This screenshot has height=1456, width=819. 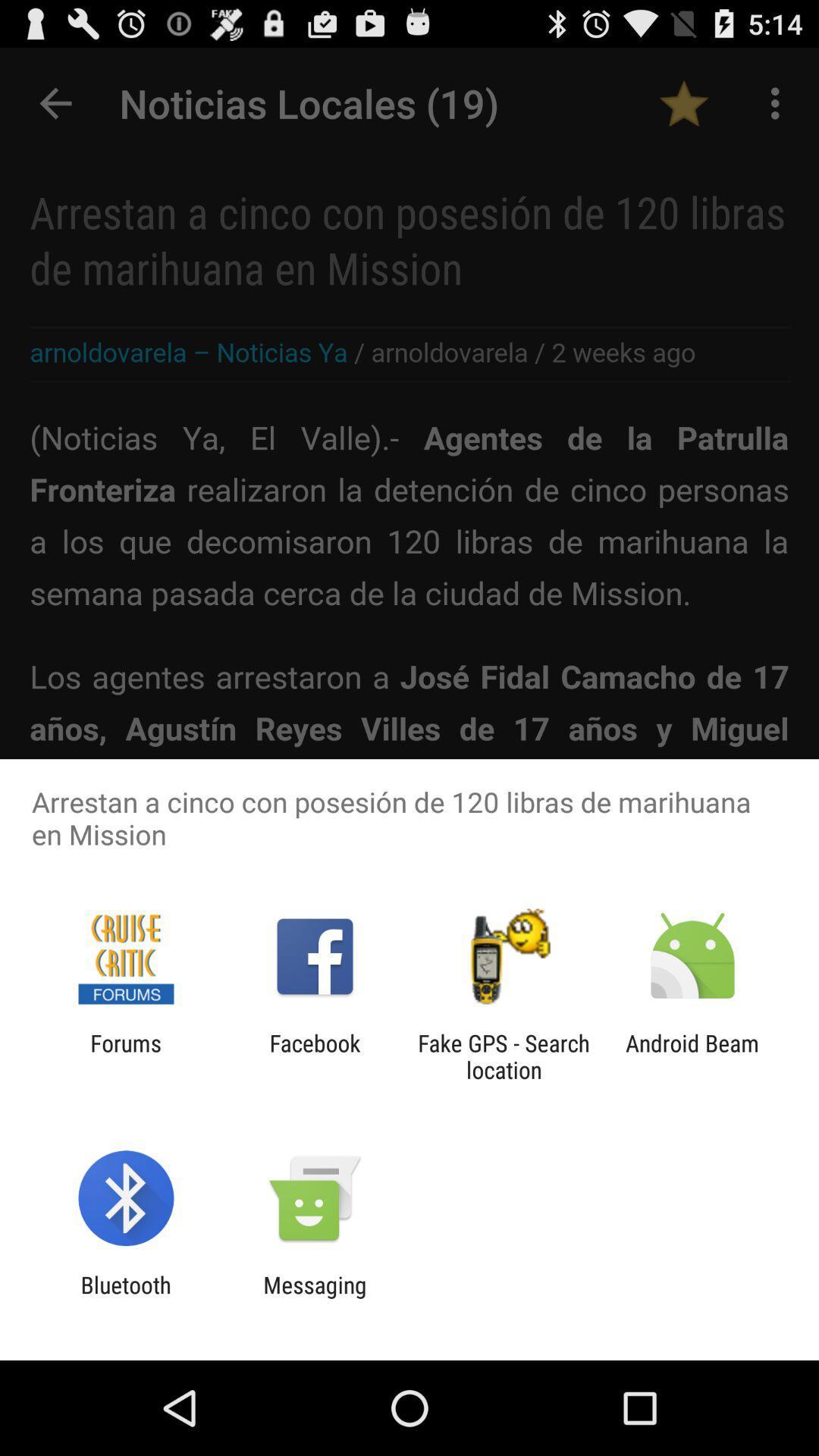 I want to click on icon to the right of the forums icon, so click(x=314, y=1056).